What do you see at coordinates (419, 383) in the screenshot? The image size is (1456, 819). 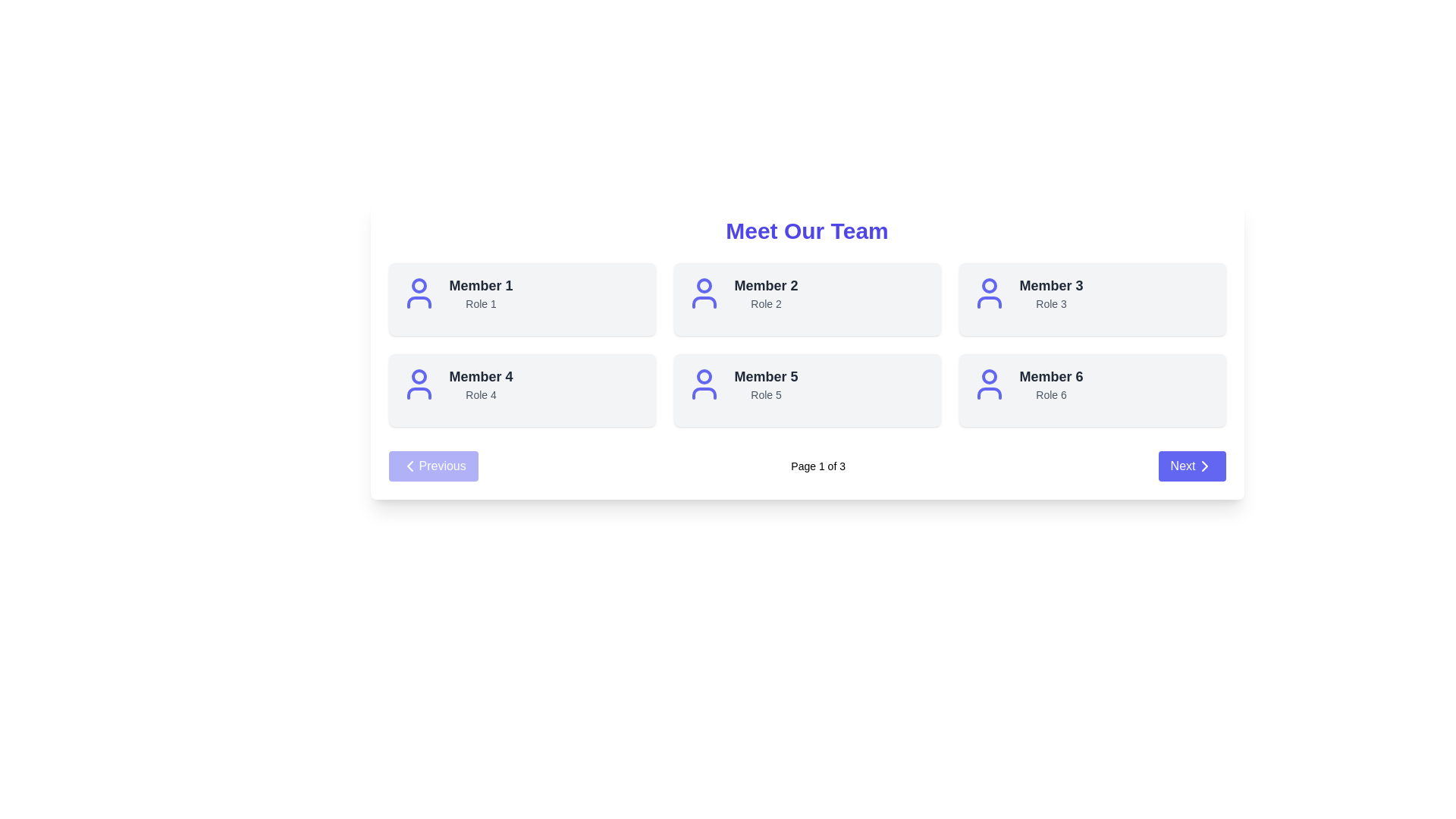 I see `the user icon represented as an SVG graphic, styled in purple, located within the fourth card for 'Member 4' on the left side of the card` at bounding box center [419, 383].